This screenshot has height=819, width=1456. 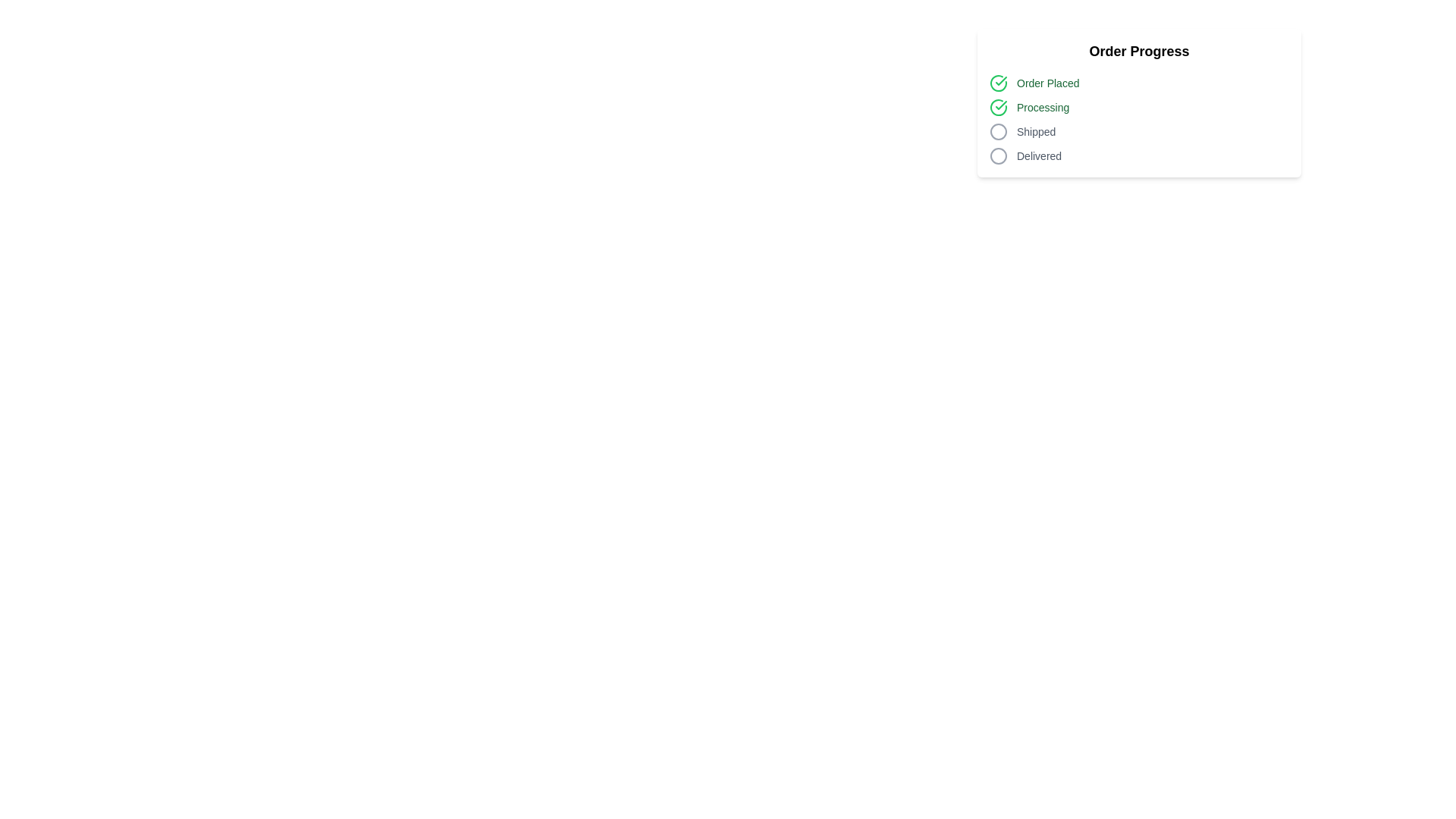 I want to click on the 'Processing' text label in the order tracking widget, which is the second item in a vertical list of order statuses, so click(x=1042, y=107).